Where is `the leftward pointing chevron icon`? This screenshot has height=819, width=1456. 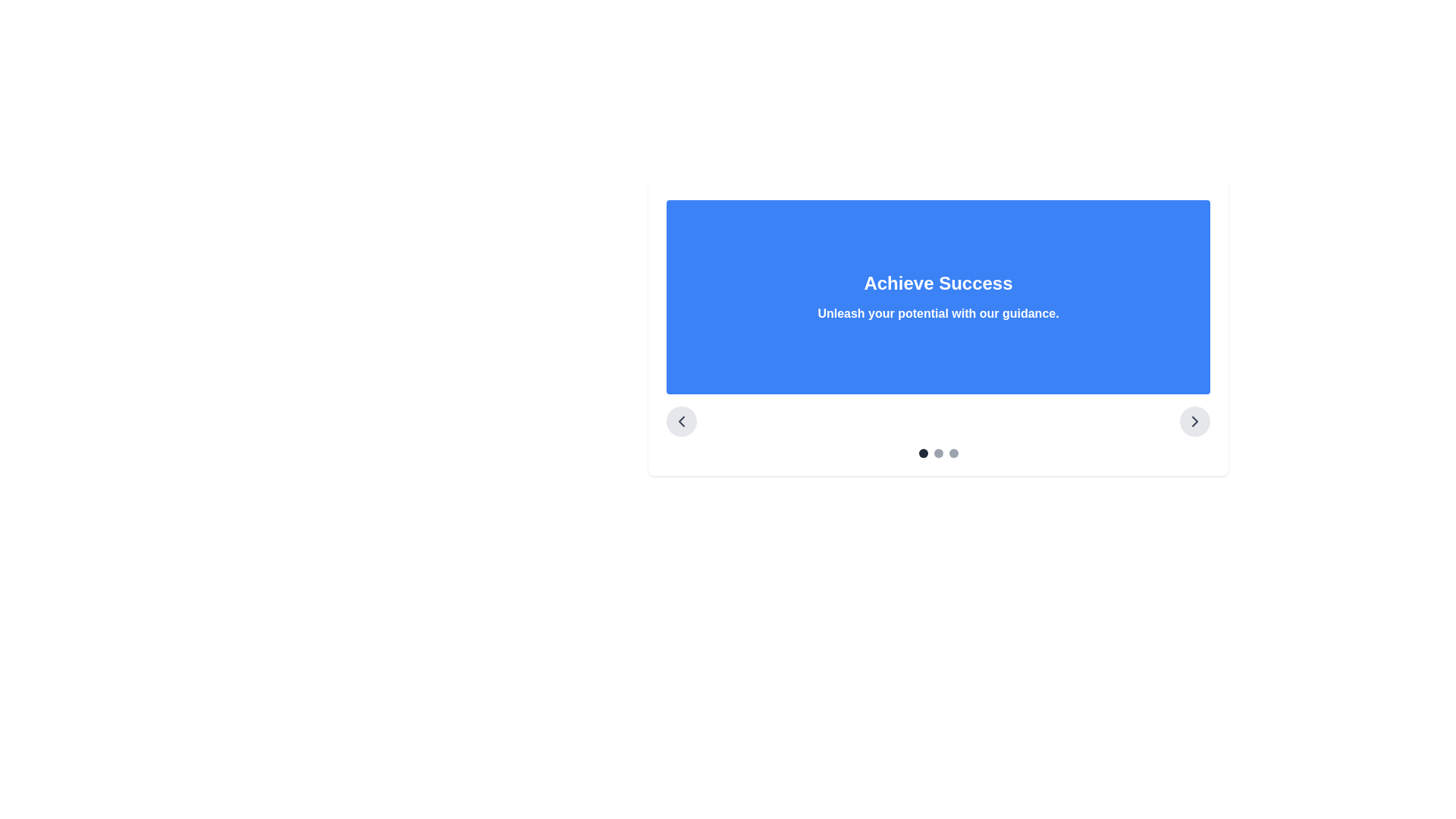 the leftward pointing chevron icon is located at coordinates (680, 421).